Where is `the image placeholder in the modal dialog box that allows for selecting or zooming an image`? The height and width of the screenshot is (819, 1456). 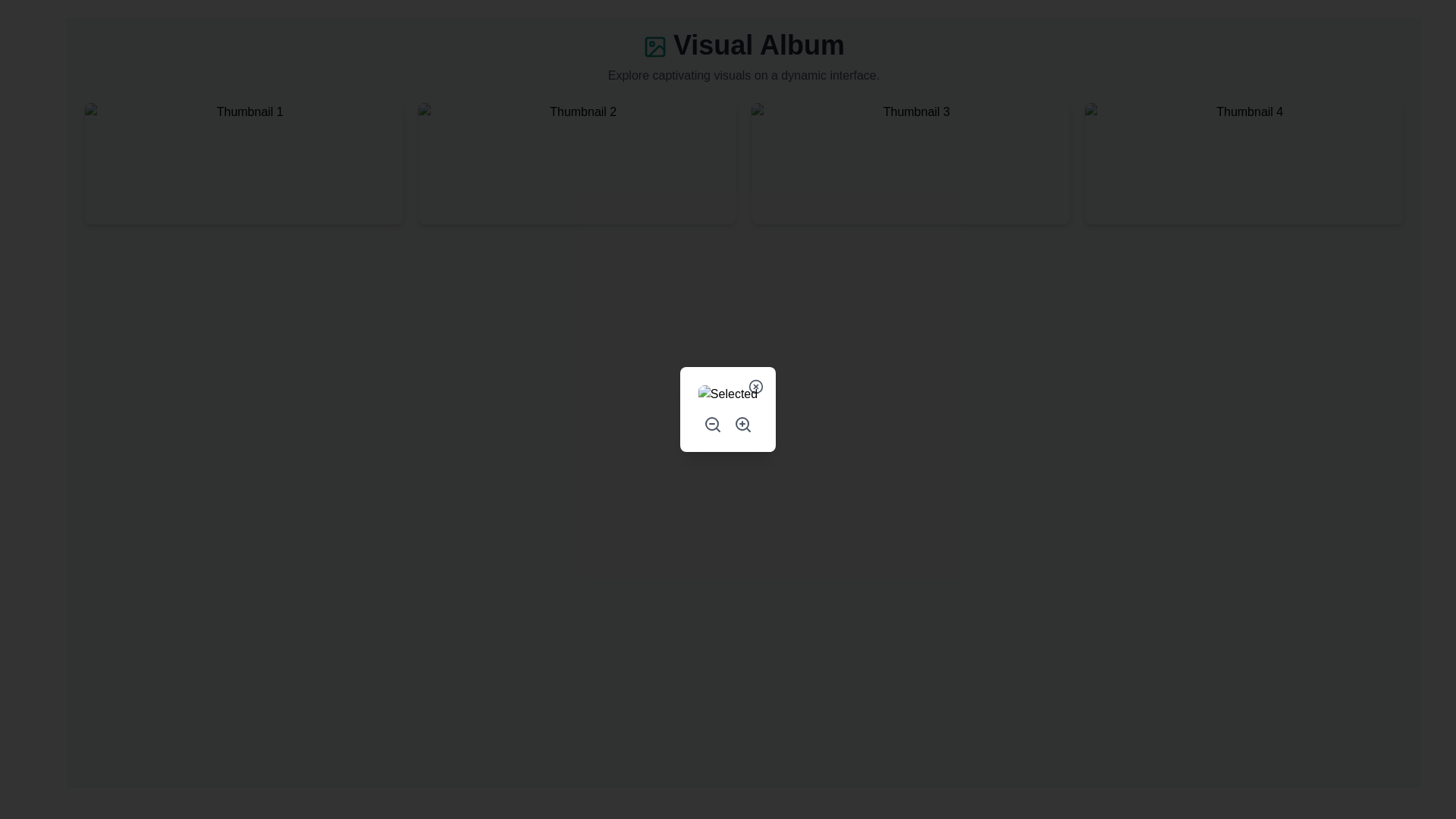
the image placeholder in the modal dialog box that allows for selecting or zooming an image is located at coordinates (728, 409).